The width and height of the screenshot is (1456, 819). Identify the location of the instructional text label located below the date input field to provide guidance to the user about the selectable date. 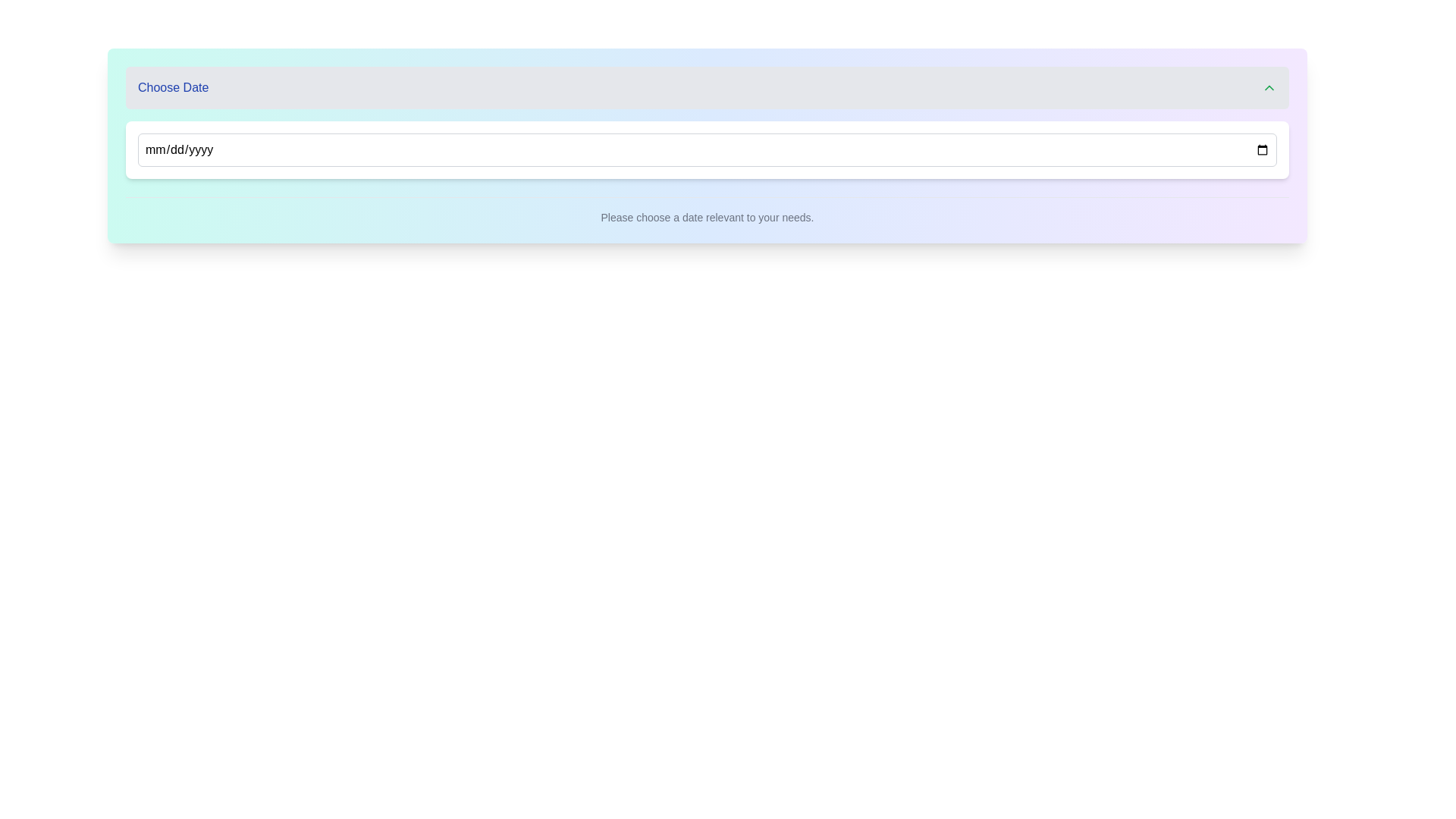
(706, 211).